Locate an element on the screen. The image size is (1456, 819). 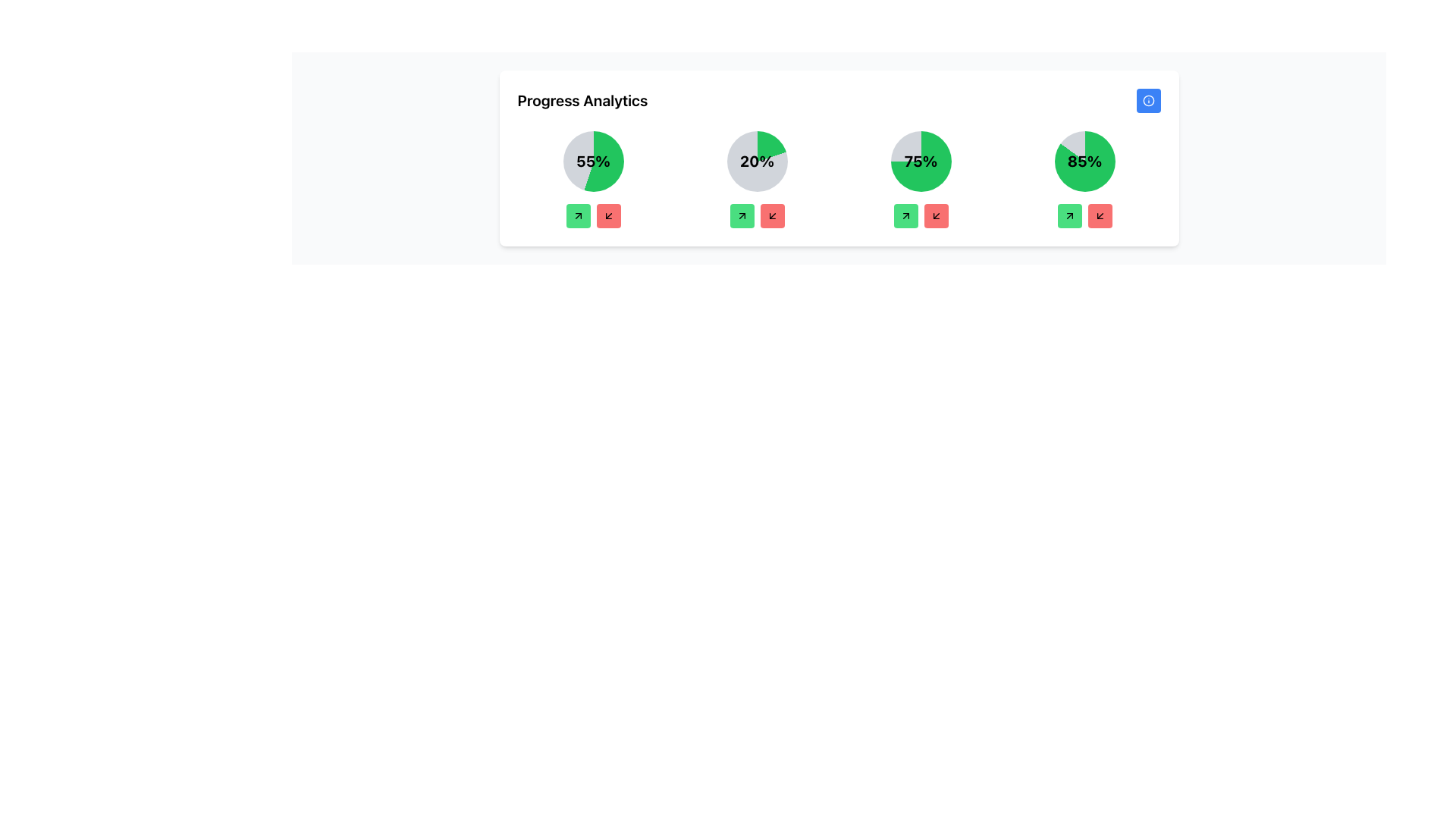
the bold numeric text '85%' displayed within the green and gray circular progress indicator is located at coordinates (1084, 161).